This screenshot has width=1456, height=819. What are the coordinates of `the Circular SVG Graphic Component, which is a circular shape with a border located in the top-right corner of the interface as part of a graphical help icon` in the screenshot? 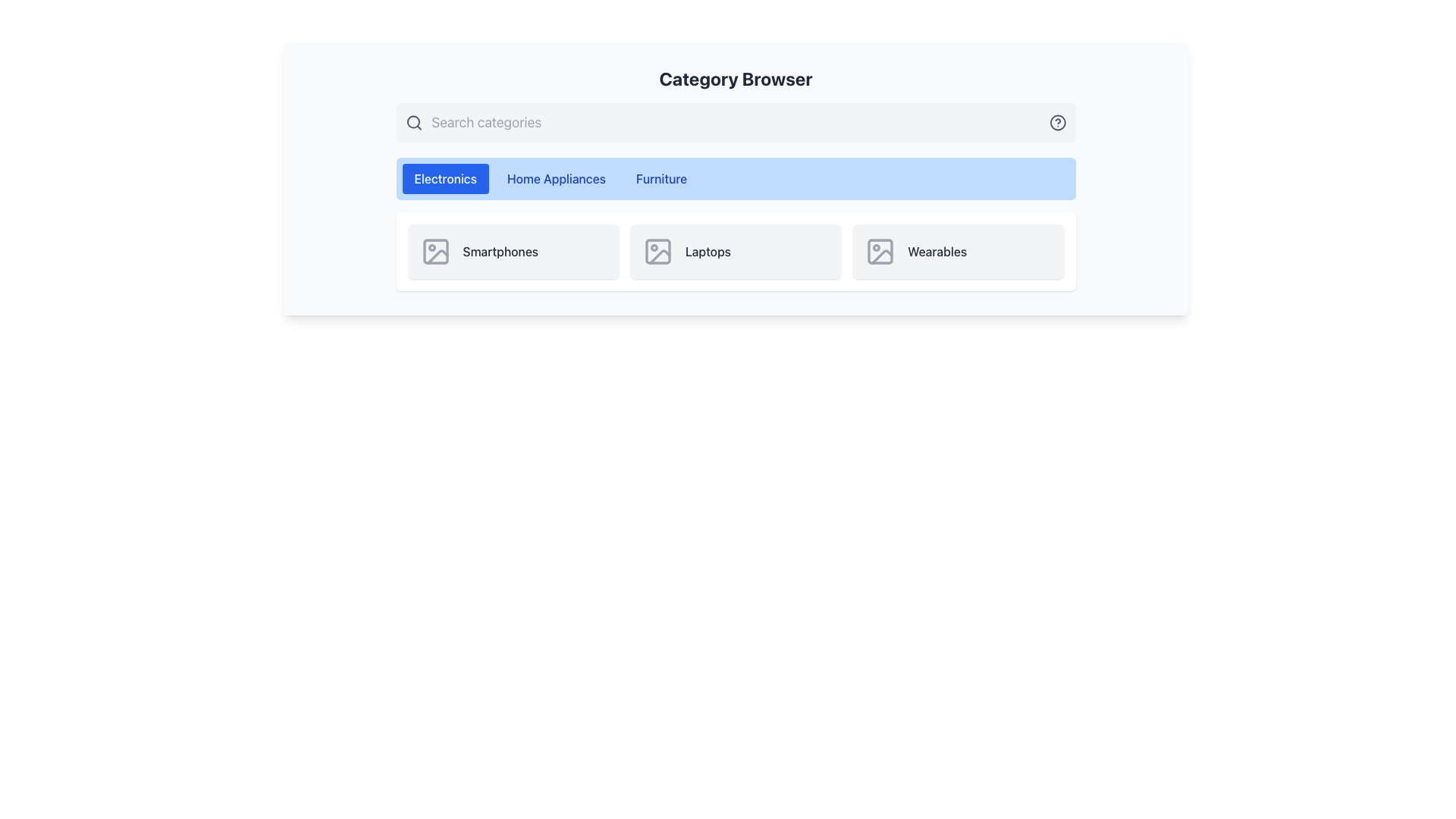 It's located at (1057, 122).